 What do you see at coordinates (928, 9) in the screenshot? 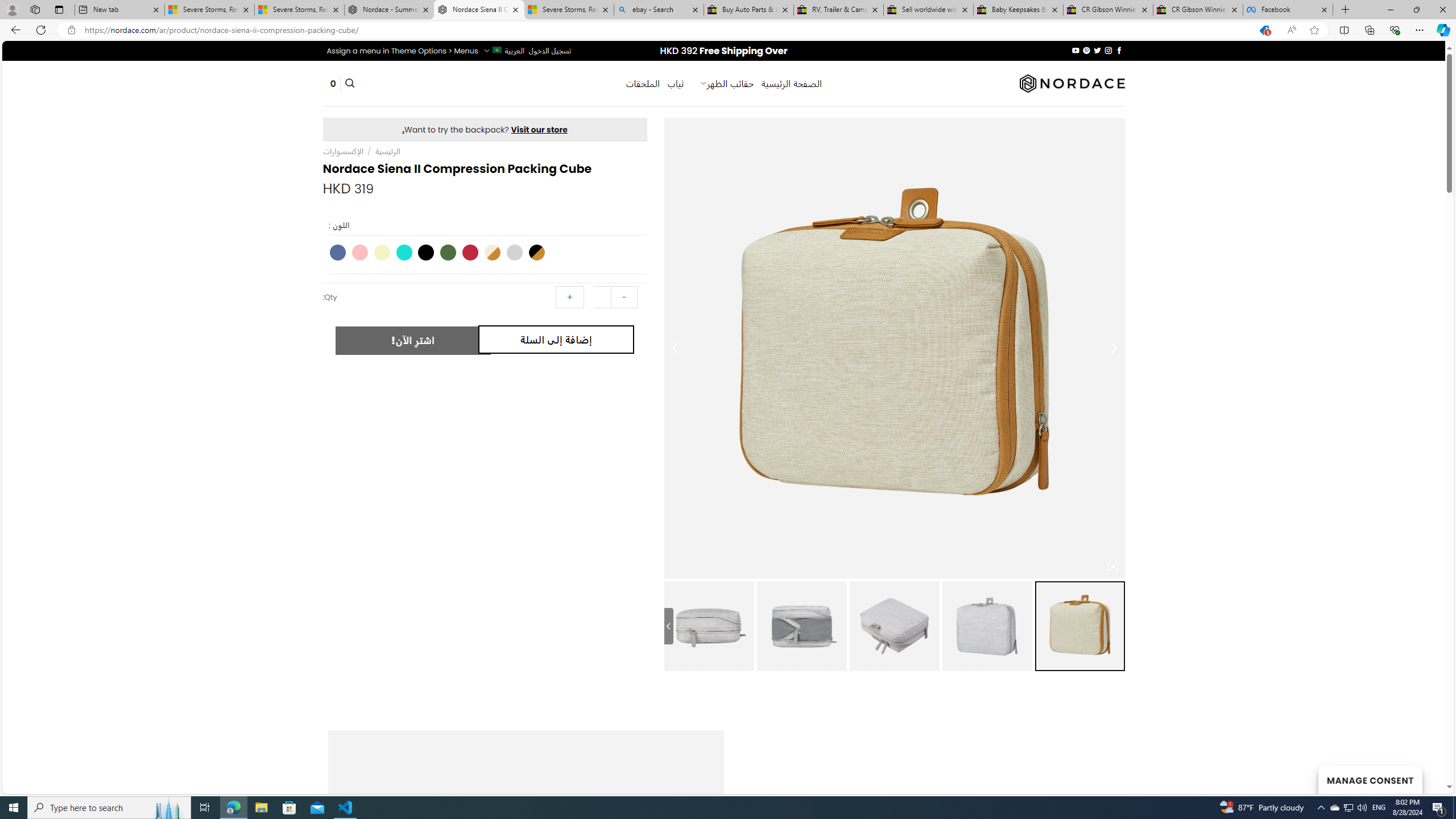
I see `'Sell worldwide with eBay'` at bounding box center [928, 9].